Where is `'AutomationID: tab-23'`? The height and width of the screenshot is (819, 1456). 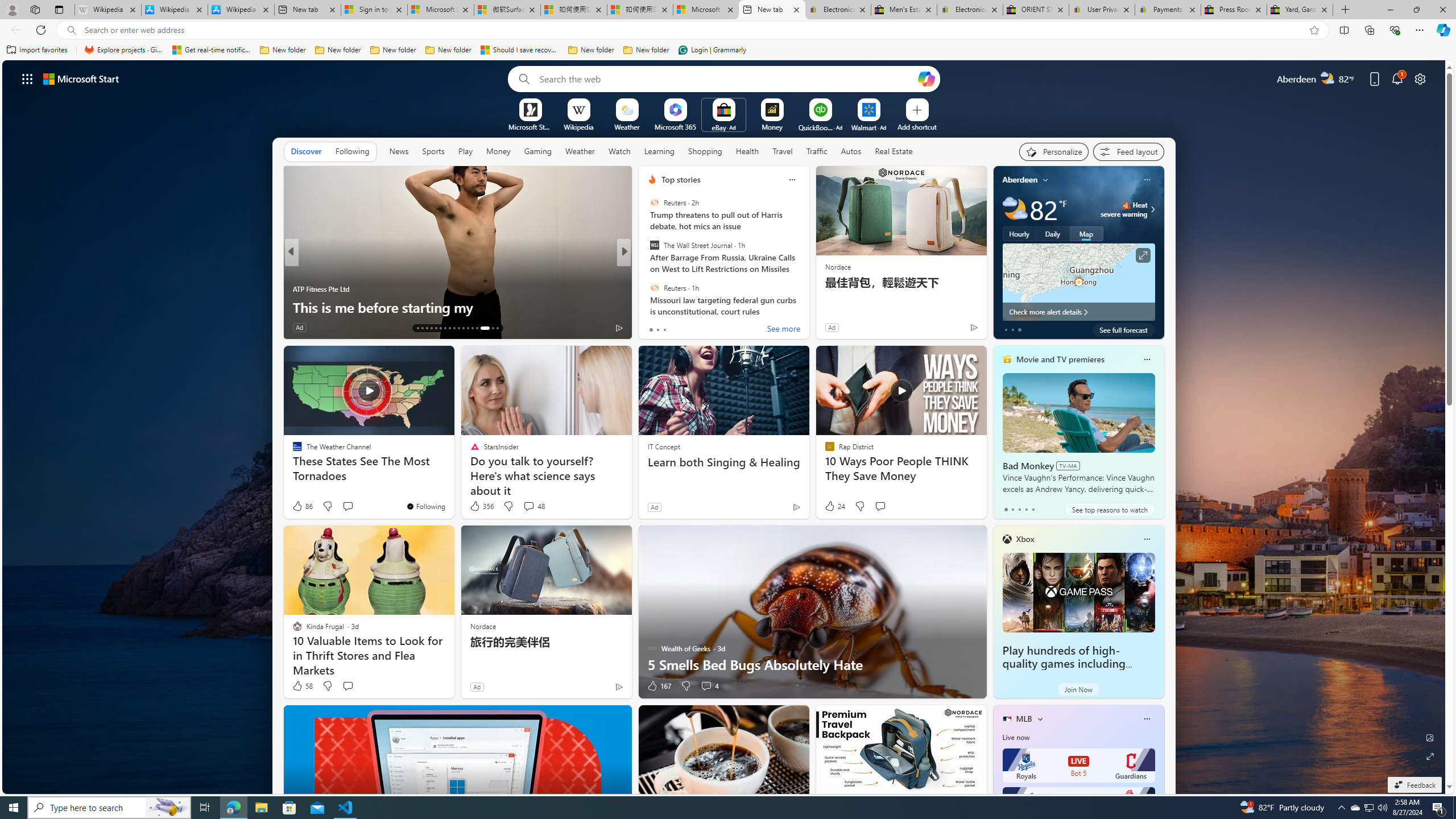
'AutomationID: tab-23' is located at coordinates (463, 328).